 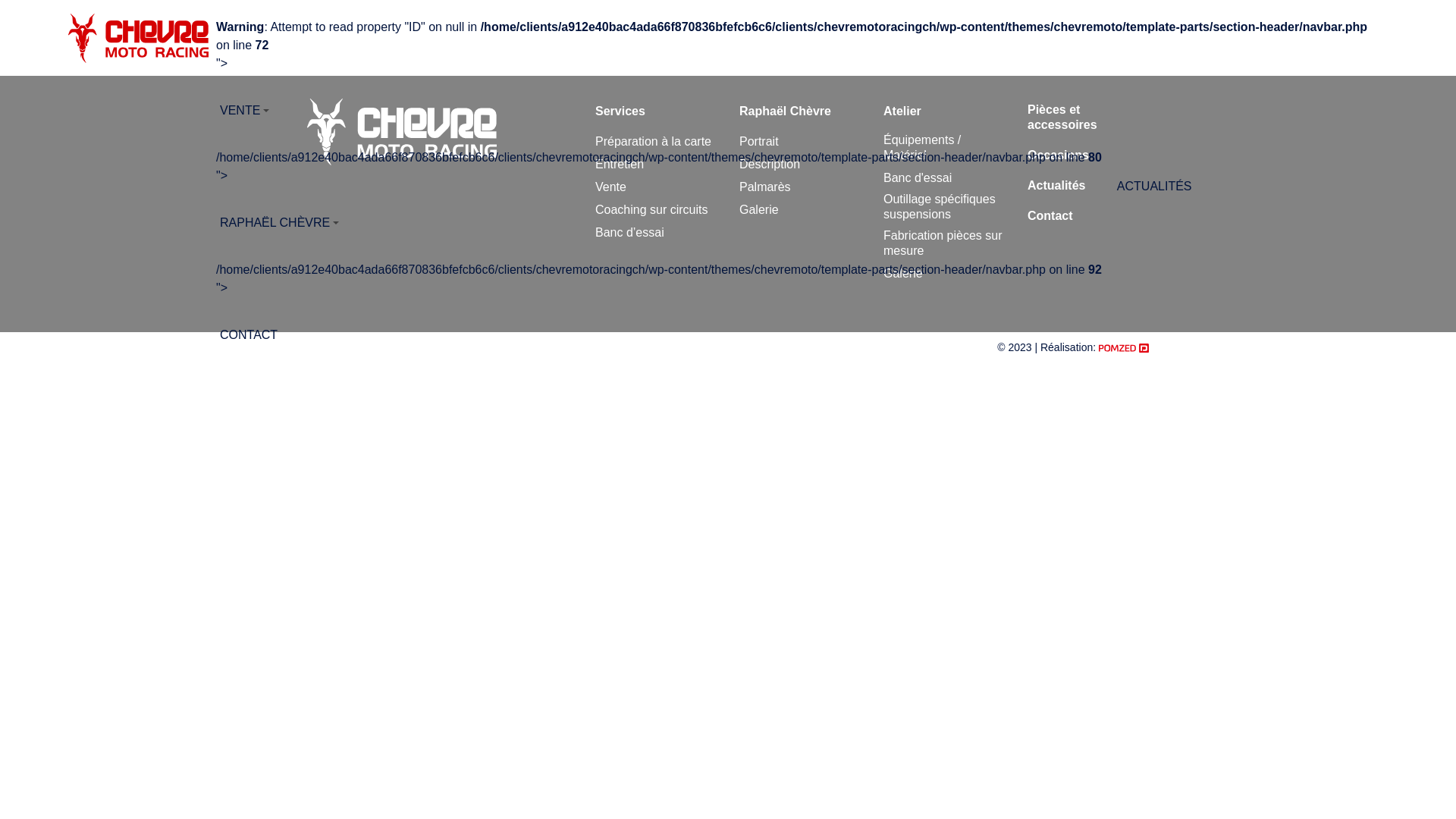 I want to click on 'Banc d'essai', so click(x=916, y=177).